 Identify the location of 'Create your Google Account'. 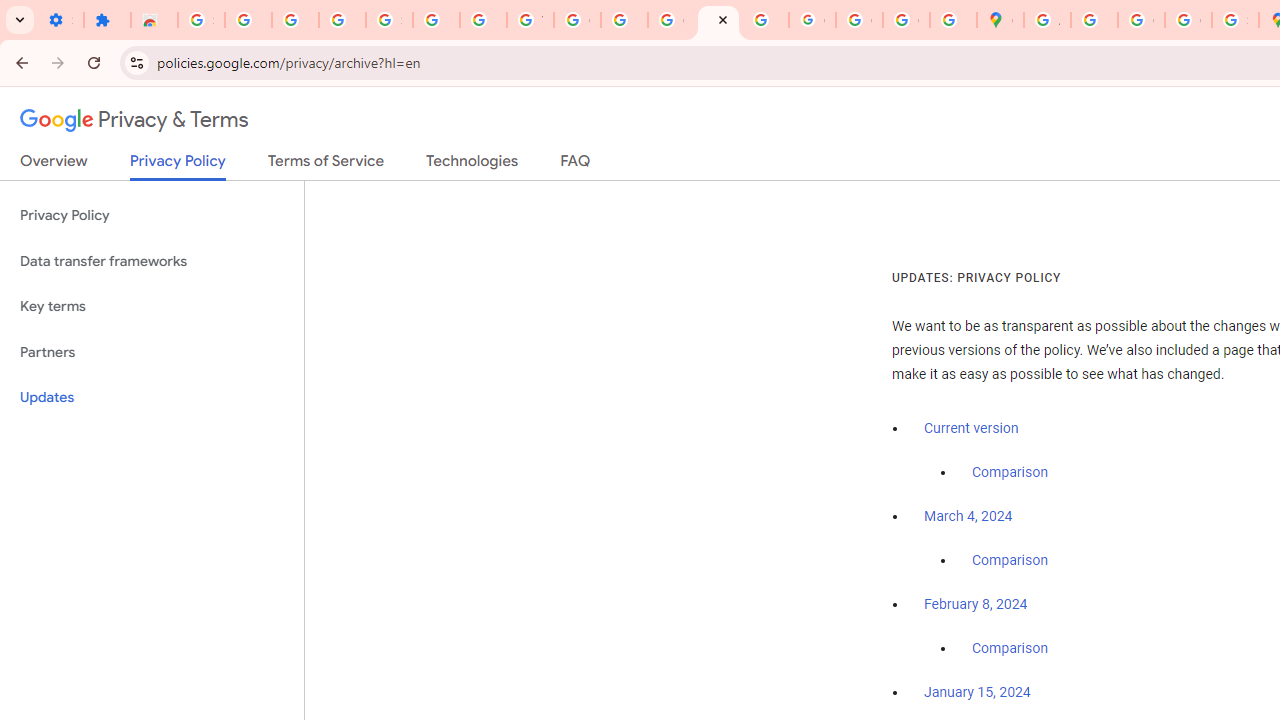
(1141, 20).